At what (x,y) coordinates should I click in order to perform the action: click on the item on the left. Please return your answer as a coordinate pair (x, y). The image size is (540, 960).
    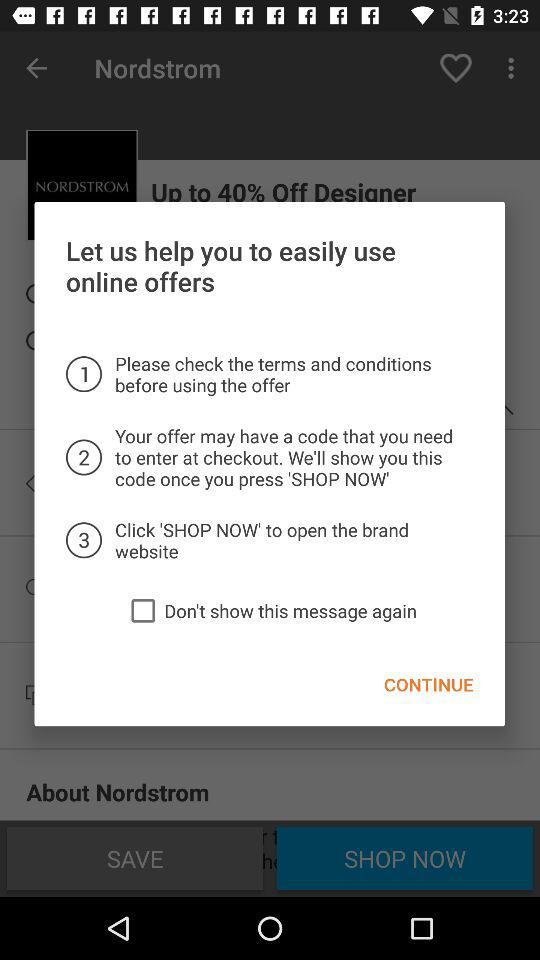
    Looking at the image, I should click on (142, 609).